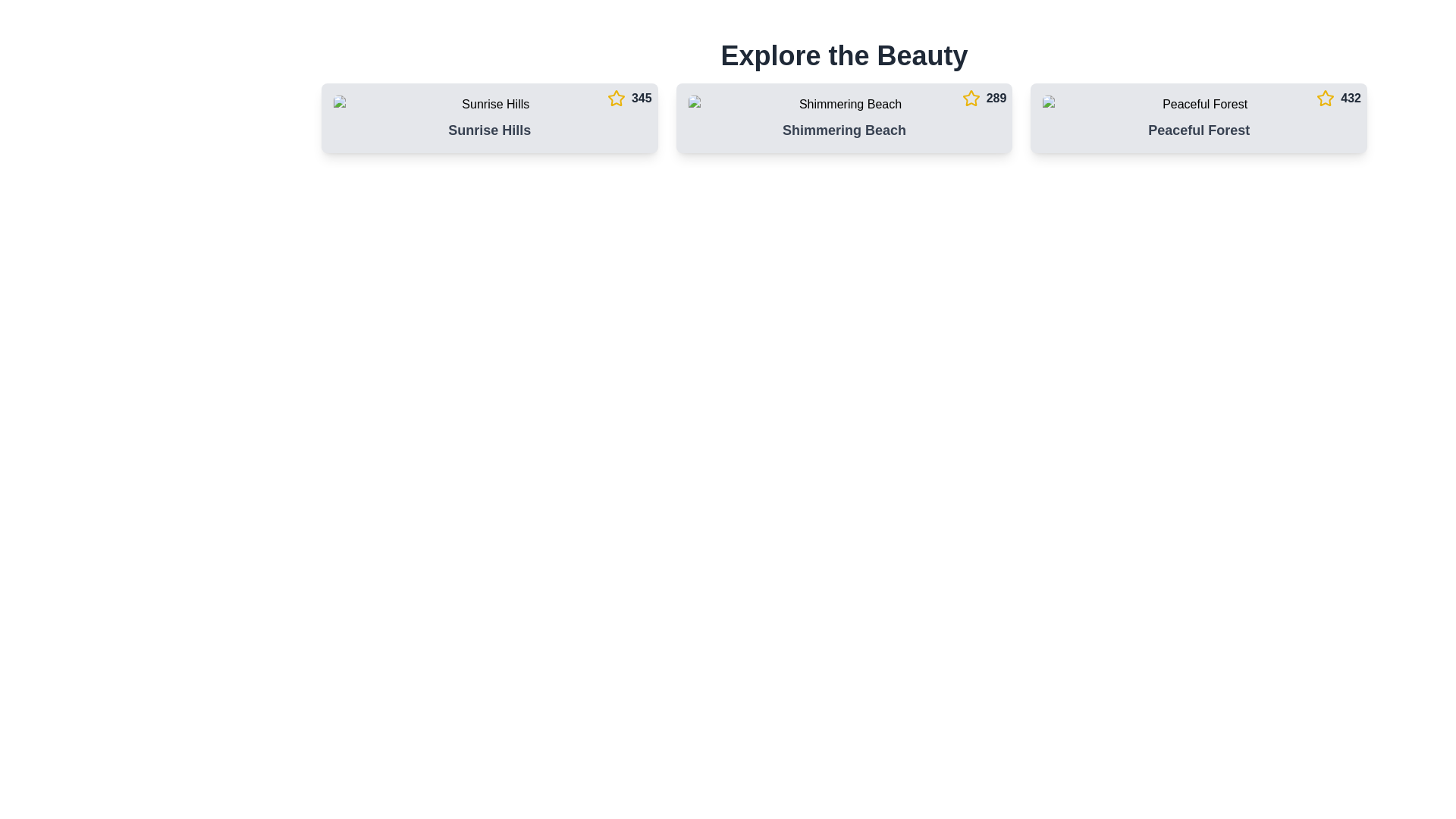 This screenshot has width=1456, height=819. I want to click on the information displayed on the Informational Card titled 'Peaceful Forest' which features a light gray background, rounded corners, and a shadow effect, located in the third position of the first row, so click(1198, 117).